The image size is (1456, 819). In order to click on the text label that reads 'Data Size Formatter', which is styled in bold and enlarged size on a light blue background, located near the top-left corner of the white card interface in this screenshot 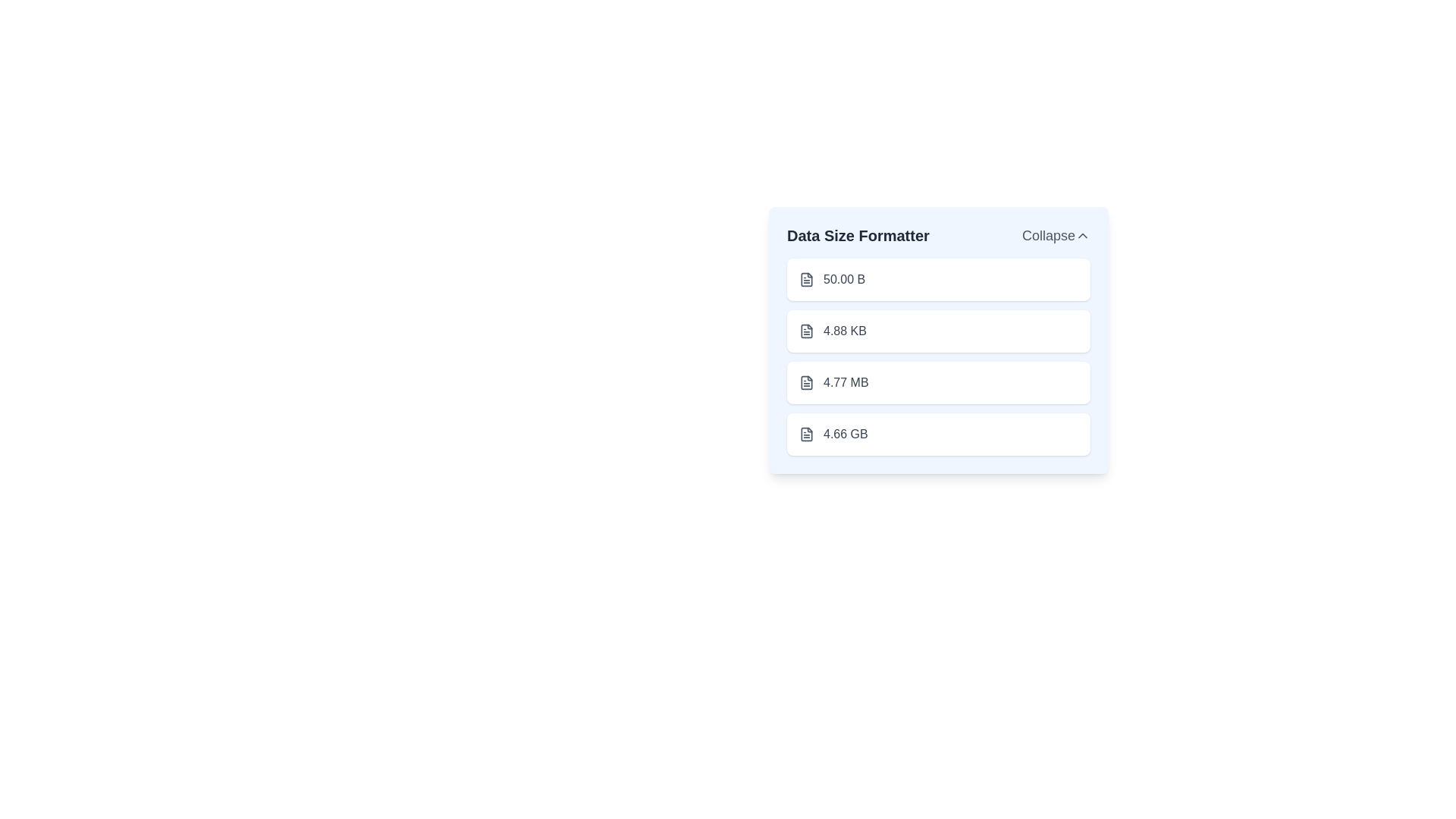, I will do `click(858, 236)`.